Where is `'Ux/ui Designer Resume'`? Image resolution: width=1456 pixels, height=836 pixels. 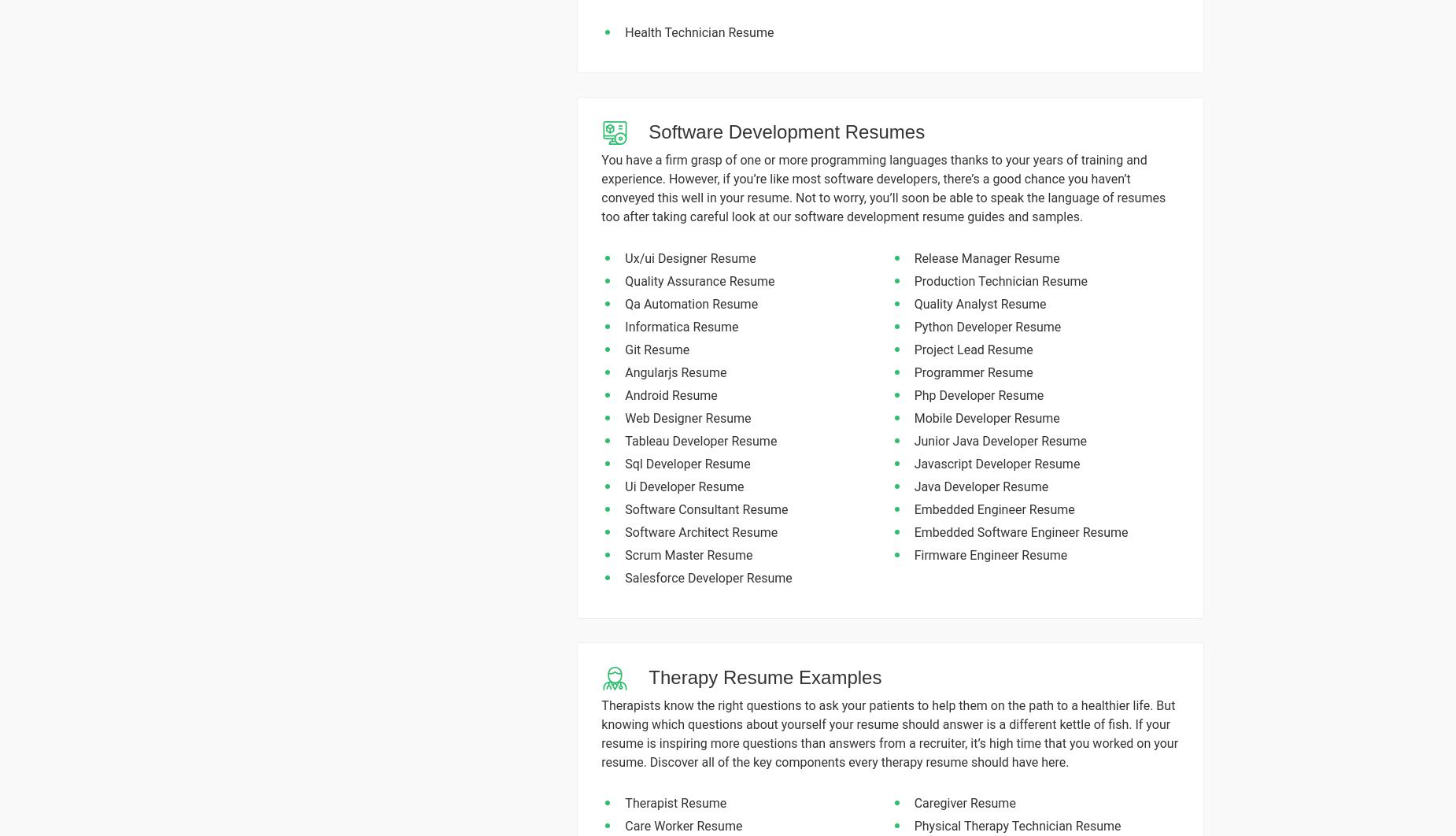
'Ux/ui Designer Resume' is located at coordinates (690, 257).